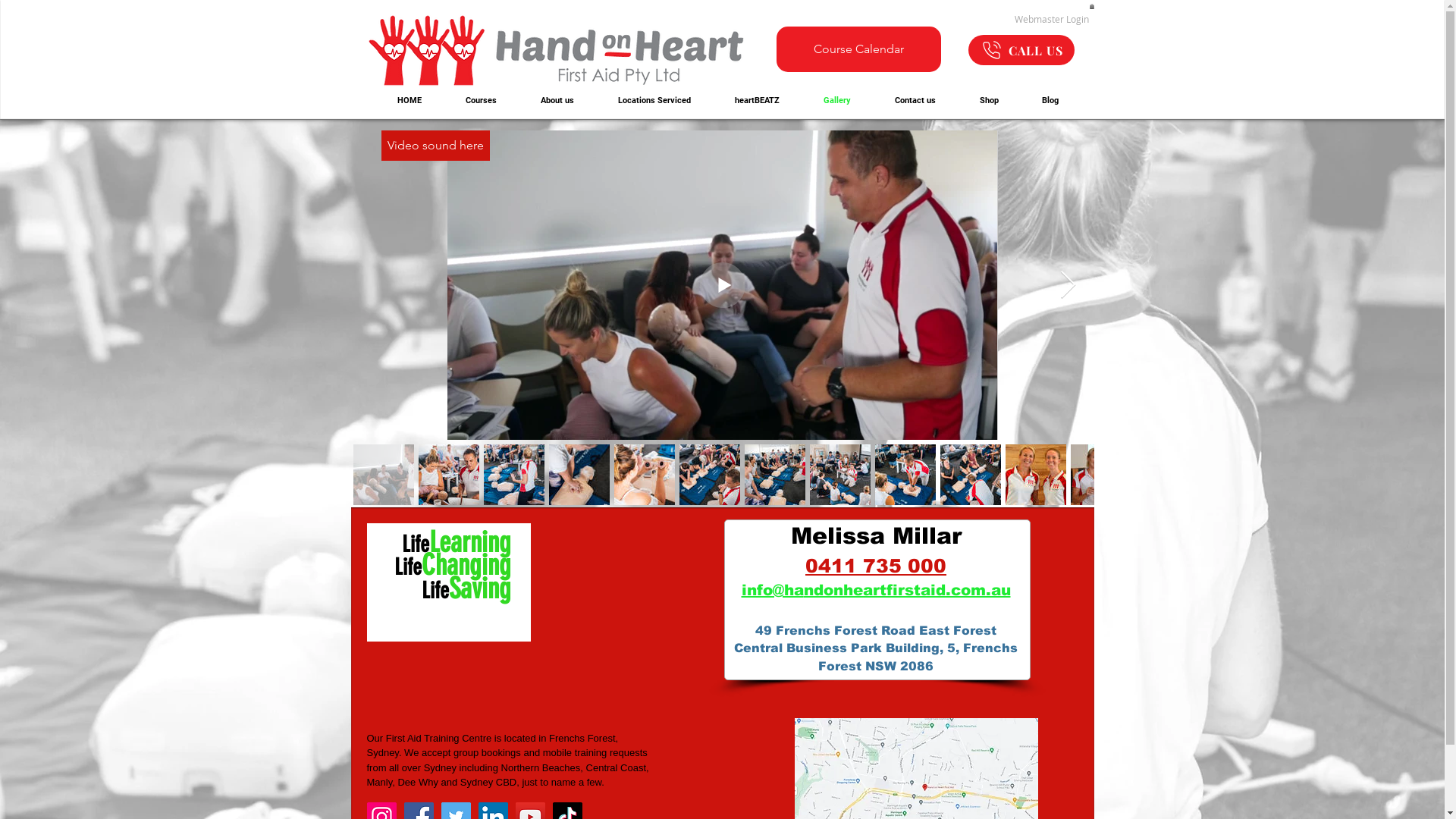 The image size is (1456, 819). What do you see at coordinates (1050, 18) in the screenshot?
I see `'Webmaster Login'` at bounding box center [1050, 18].